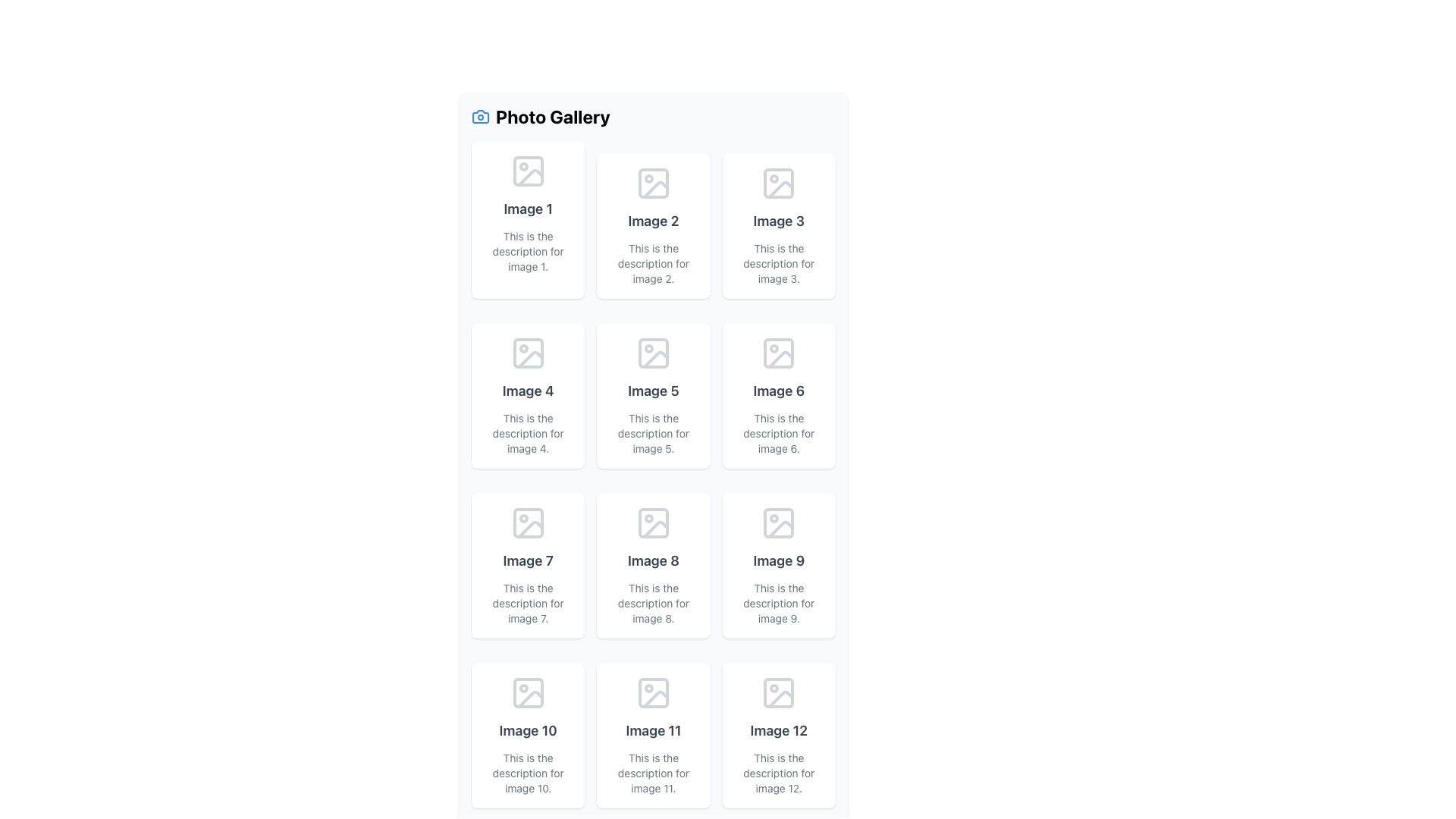  I want to click on the text label reading 'This is the description for image 9.' which is styled with a small font size and gray color, located below the heading 'Image 9' in the ninth card of the photo gallery interface, so click(779, 602).